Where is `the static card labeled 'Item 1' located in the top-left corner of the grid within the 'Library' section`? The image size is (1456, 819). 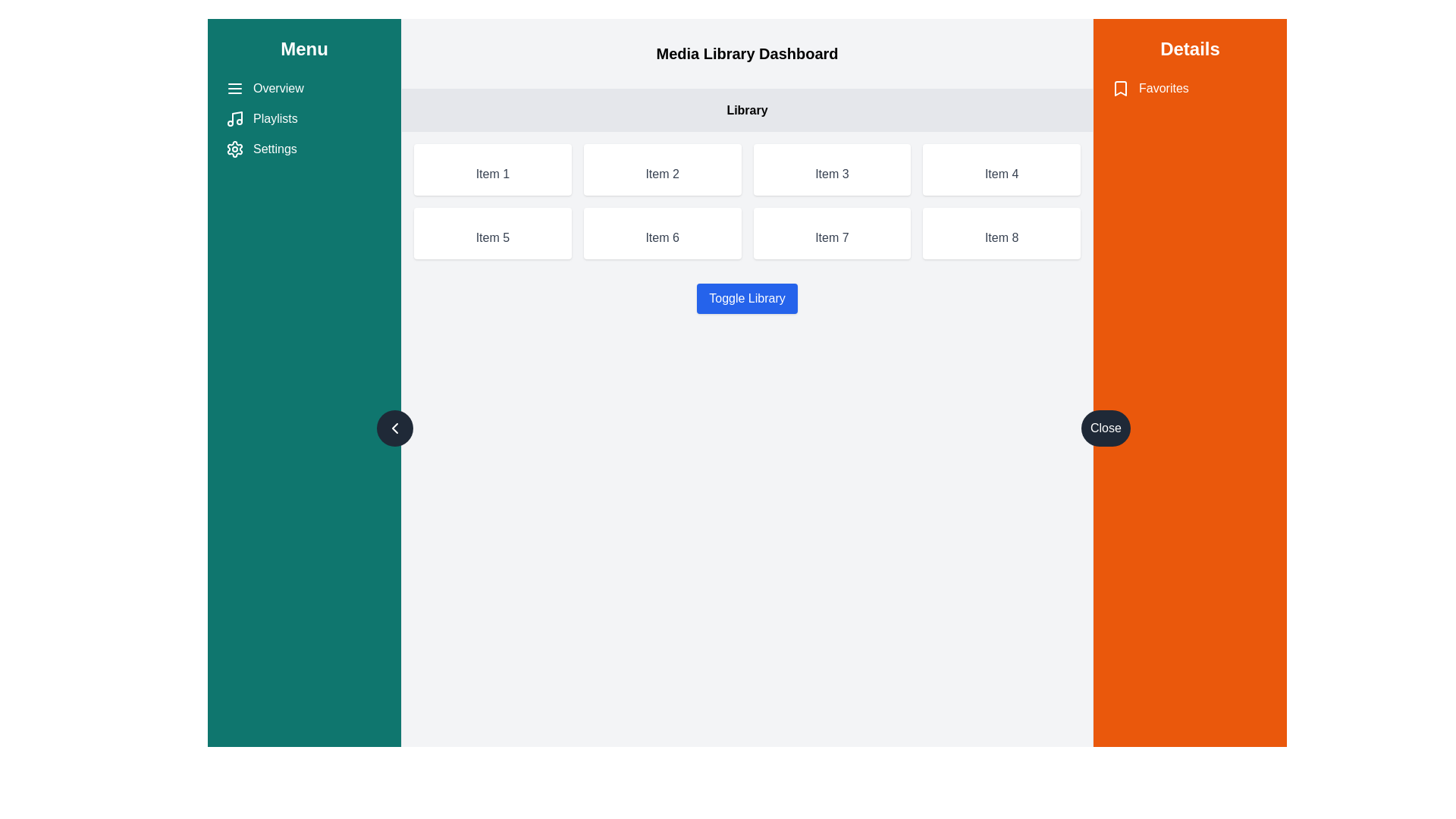 the static card labeled 'Item 1' located in the top-left corner of the grid within the 'Library' section is located at coordinates (492, 169).